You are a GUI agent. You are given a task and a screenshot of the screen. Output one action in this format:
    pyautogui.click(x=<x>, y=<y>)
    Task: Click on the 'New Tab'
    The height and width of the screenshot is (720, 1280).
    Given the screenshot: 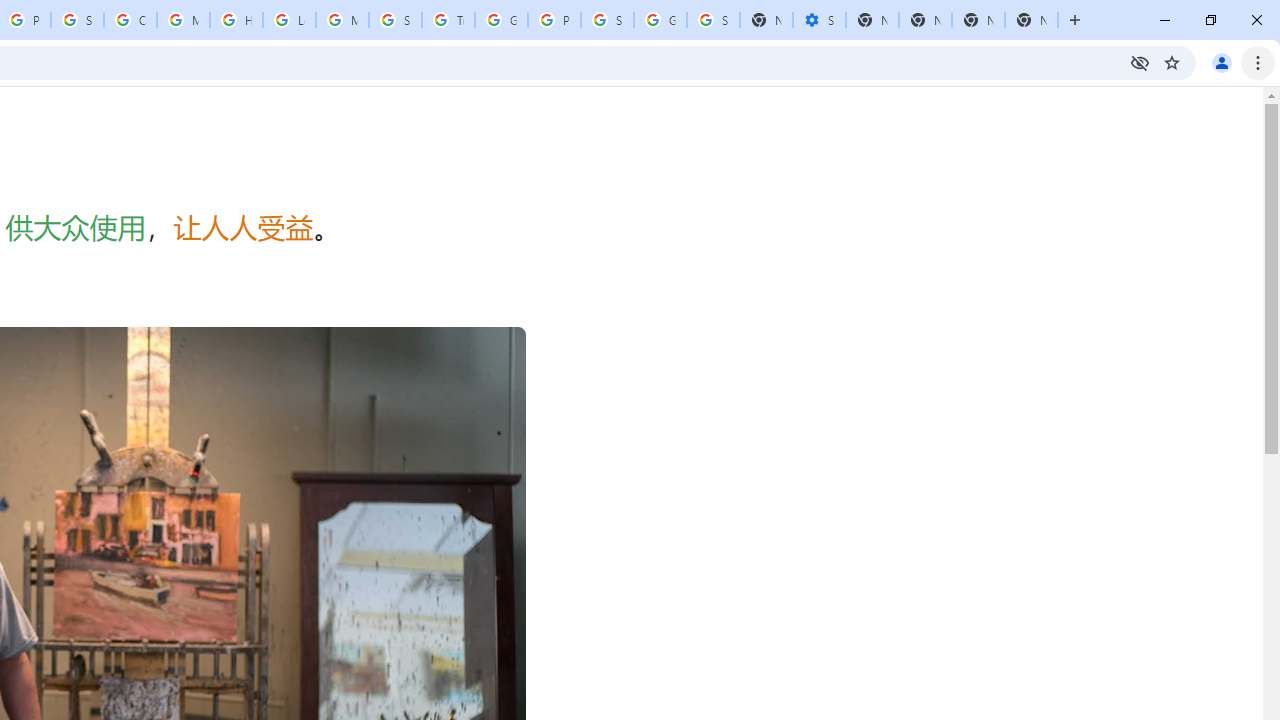 What is the action you would take?
    pyautogui.click(x=1031, y=20)
    